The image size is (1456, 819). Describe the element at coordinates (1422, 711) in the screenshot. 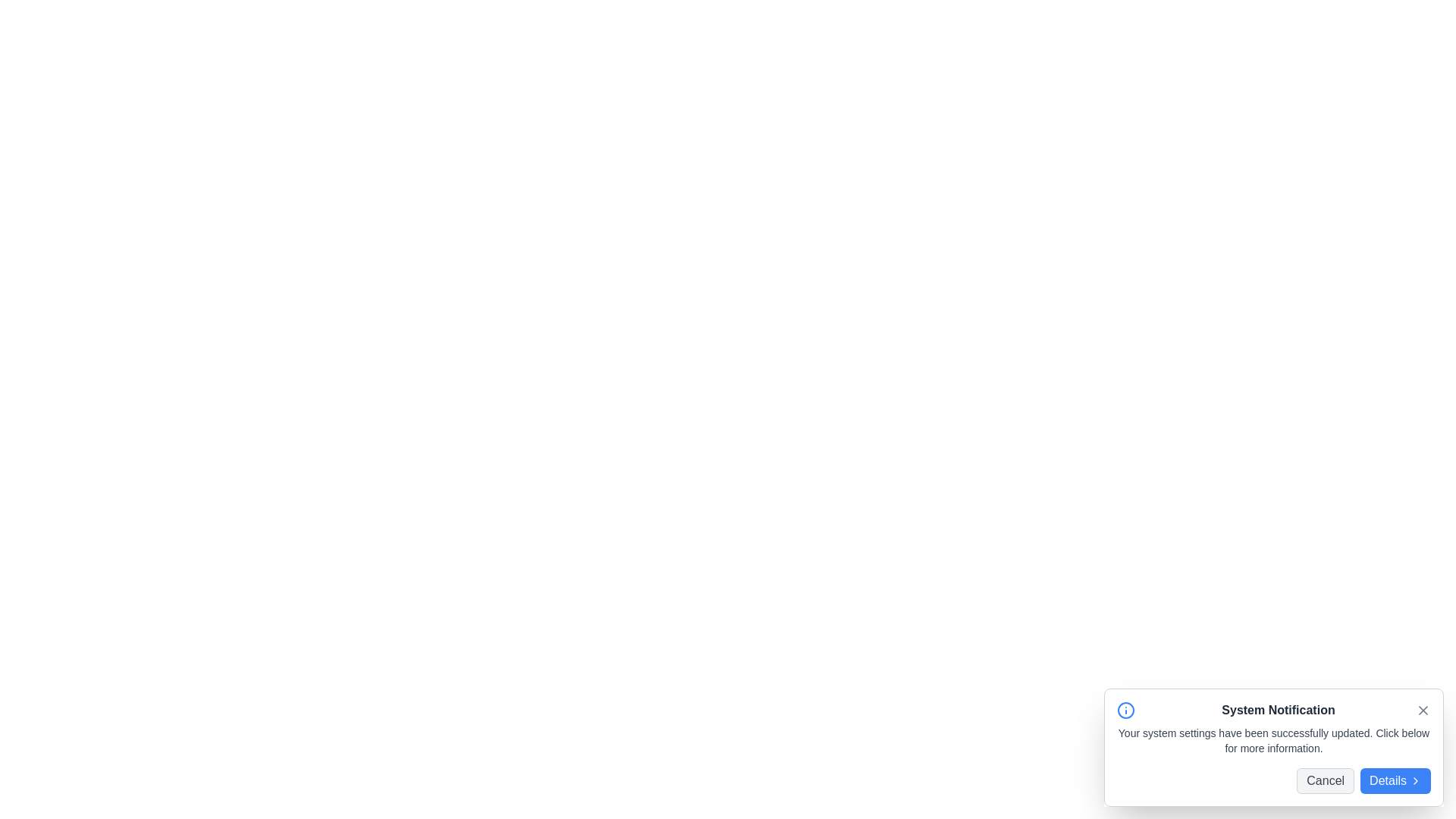

I see `the close button represented by an 'X' icon in gray color located at the top-right corner of the notification box to change its appearance` at that location.